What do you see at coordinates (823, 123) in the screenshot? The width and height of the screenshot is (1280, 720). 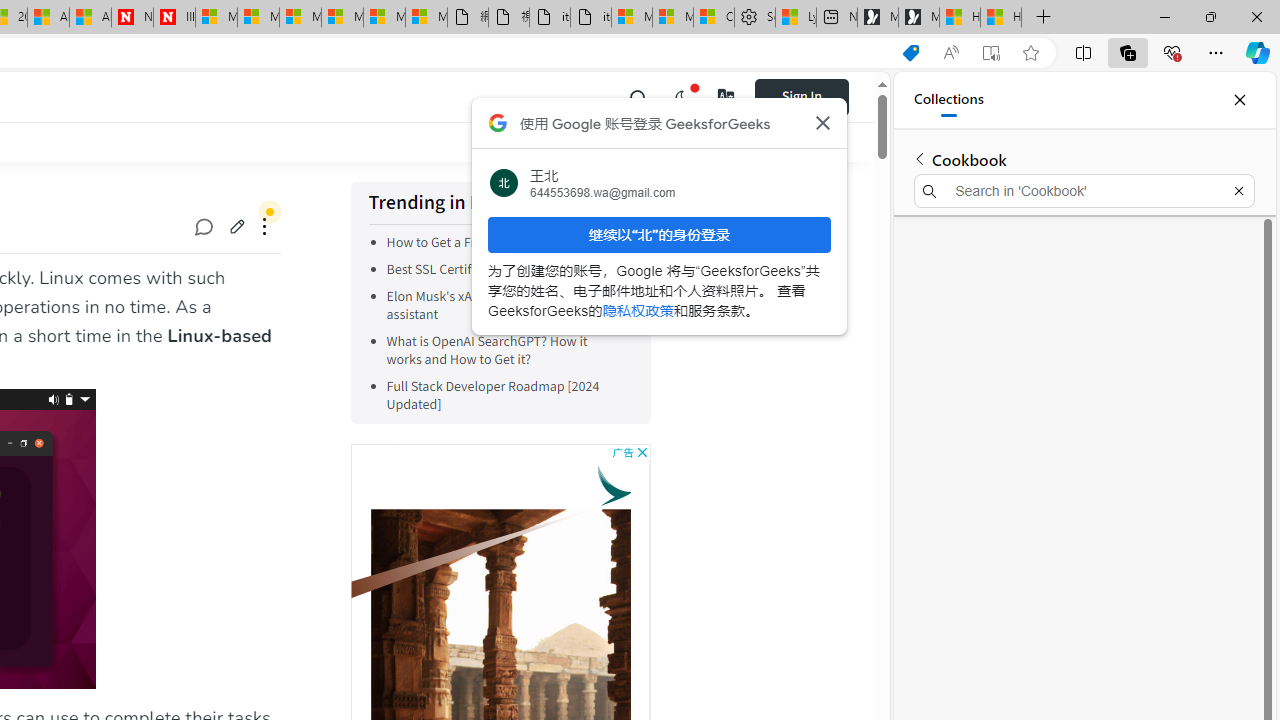 I see `'Class: Bz112c Bz112c-r9oPif'` at bounding box center [823, 123].